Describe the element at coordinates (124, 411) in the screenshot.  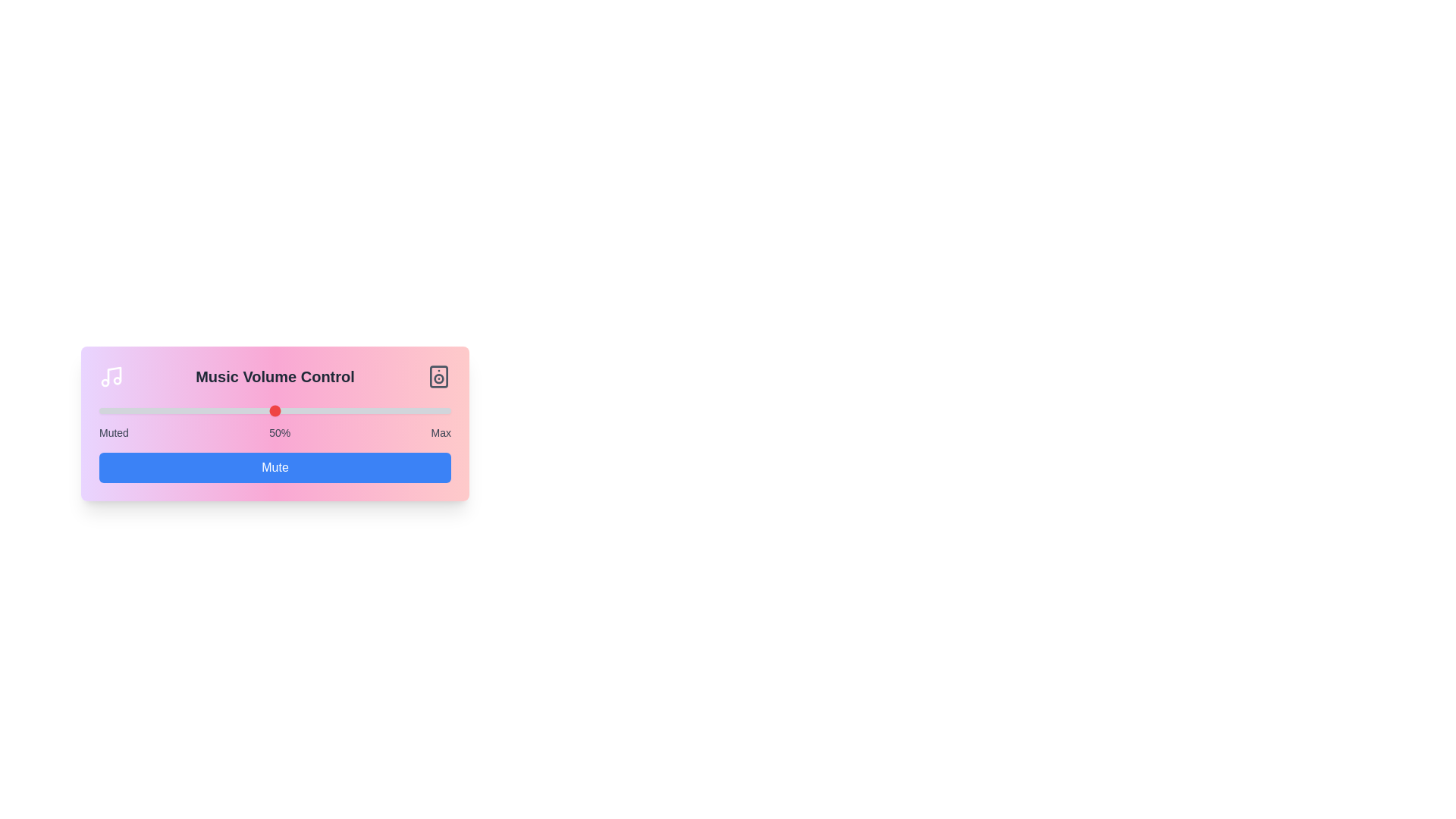
I see `the volume slider to 7%` at that location.